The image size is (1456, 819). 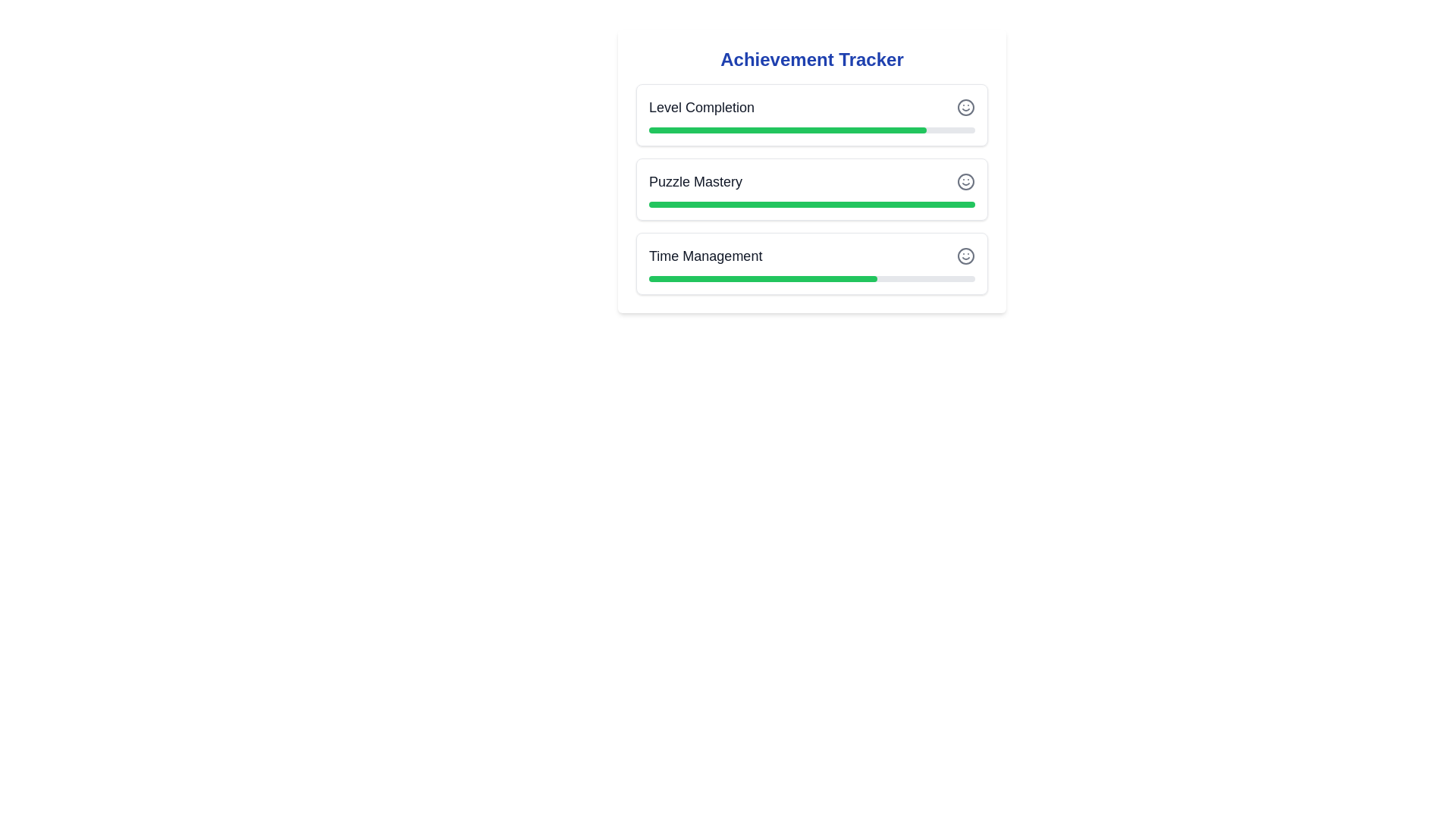 I want to click on the green-colored progress bar with rounded corners in the 'Achievement Tracker' interface, associated with the 'Level Completion' label, so click(x=787, y=130).